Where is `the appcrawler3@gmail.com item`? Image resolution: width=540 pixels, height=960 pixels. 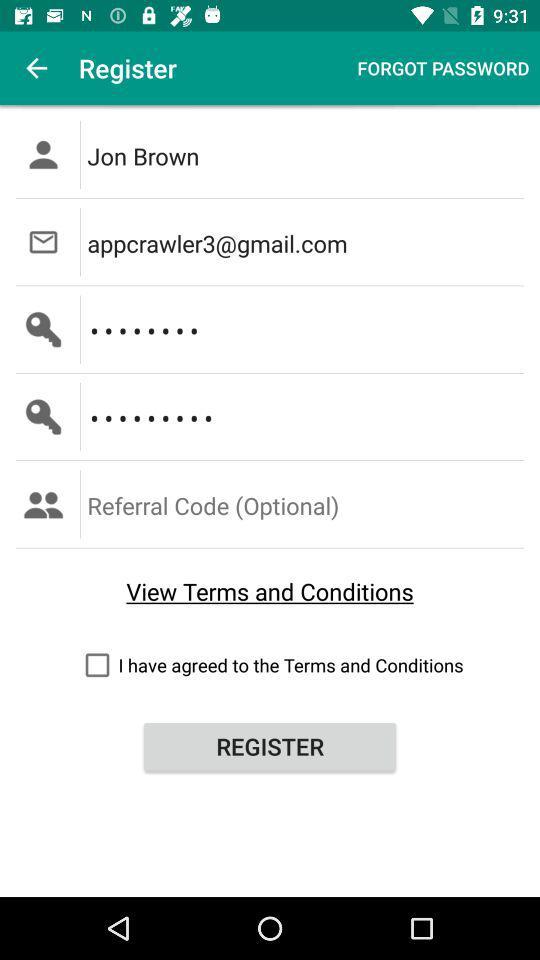
the appcrawler3@gmail.com item is located at coordinates (307, 241).